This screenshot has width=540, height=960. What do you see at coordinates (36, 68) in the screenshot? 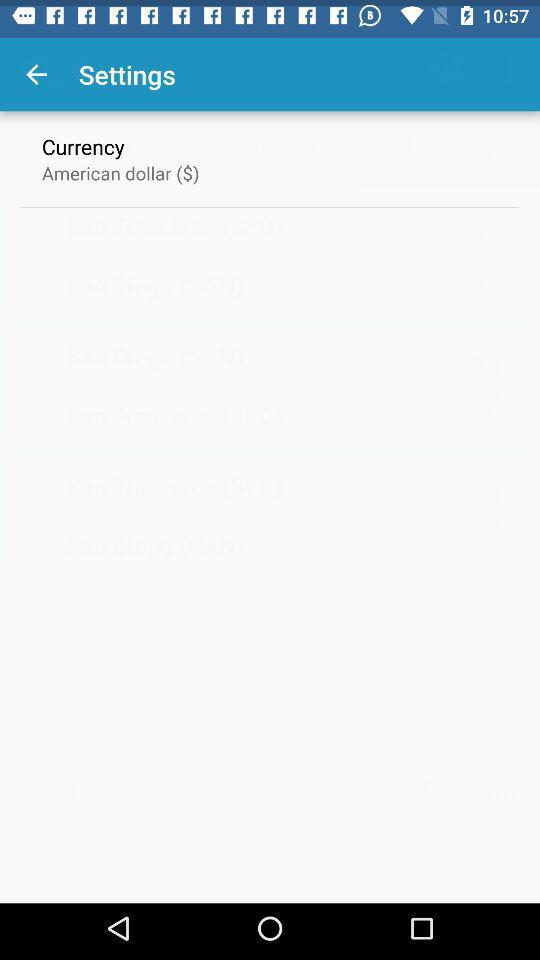
I see `item to the left of settings app` at bounding box center [36, 68].